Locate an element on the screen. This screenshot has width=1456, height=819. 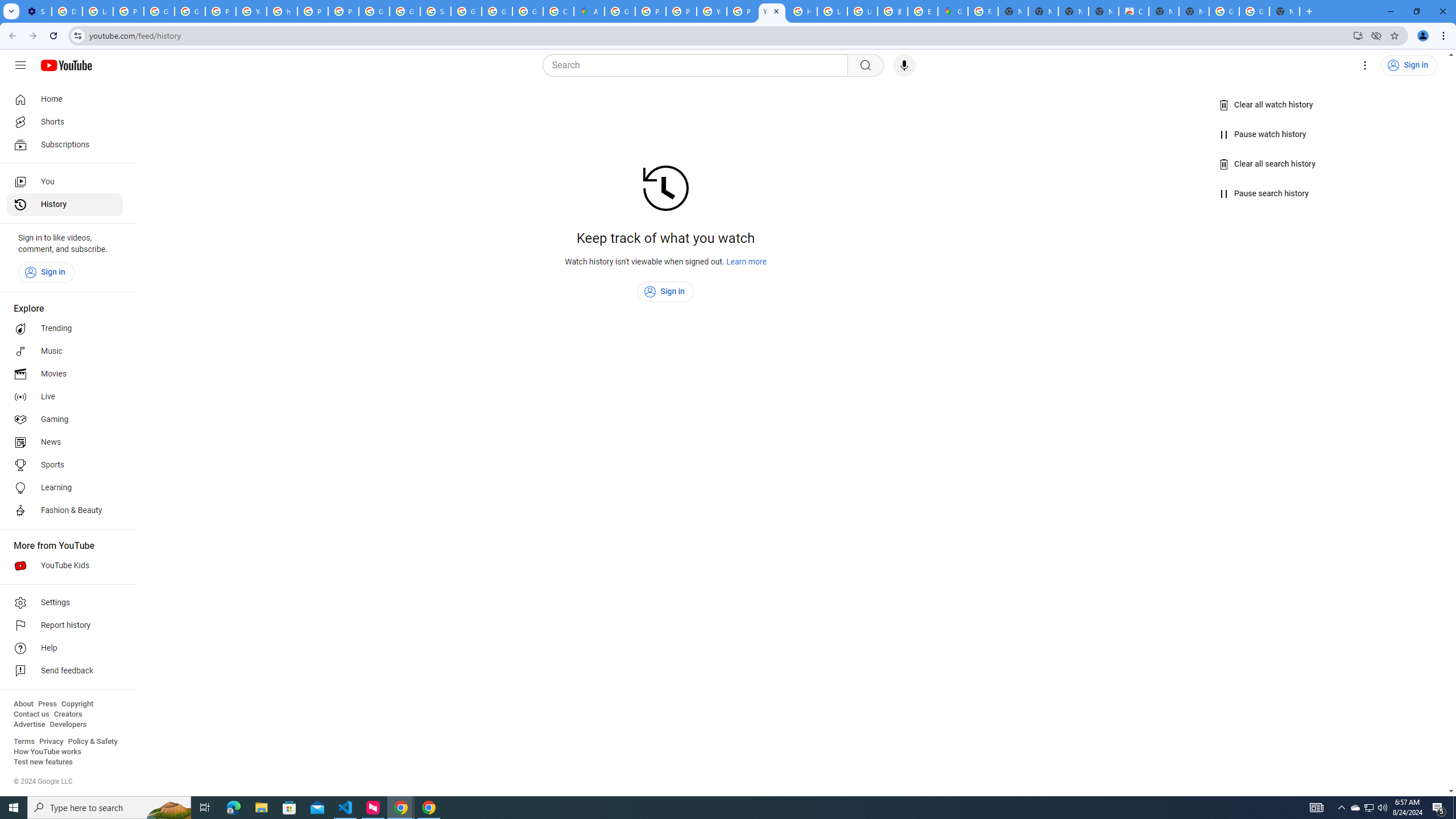
'Advertise' is located at coordinates (28, 723).